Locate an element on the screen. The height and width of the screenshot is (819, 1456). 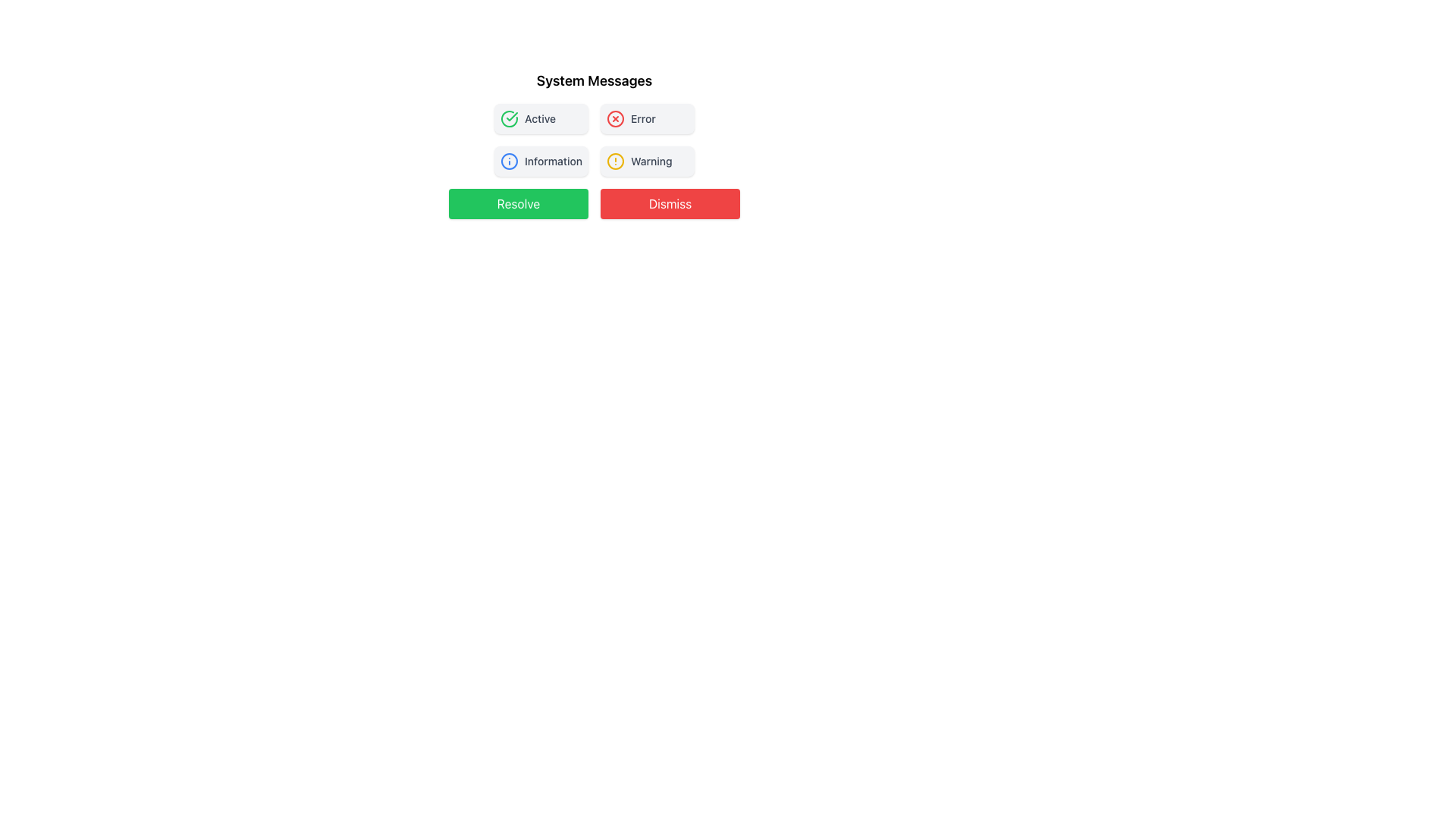
the leftmost error status indicator icon is located at coordinates (615, 118).